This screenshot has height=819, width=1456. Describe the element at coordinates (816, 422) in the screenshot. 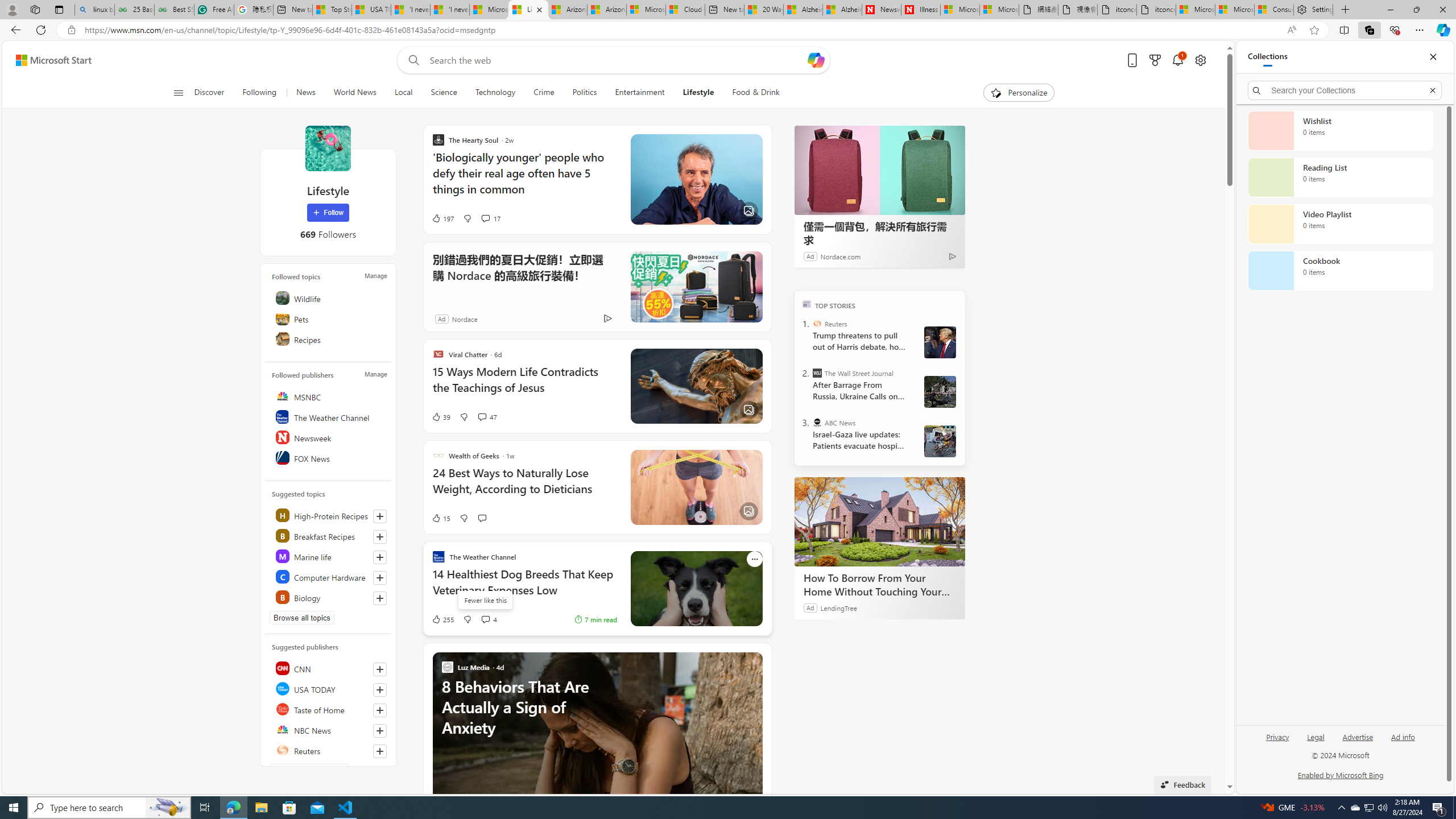

I see `'ABC News'` at that location.